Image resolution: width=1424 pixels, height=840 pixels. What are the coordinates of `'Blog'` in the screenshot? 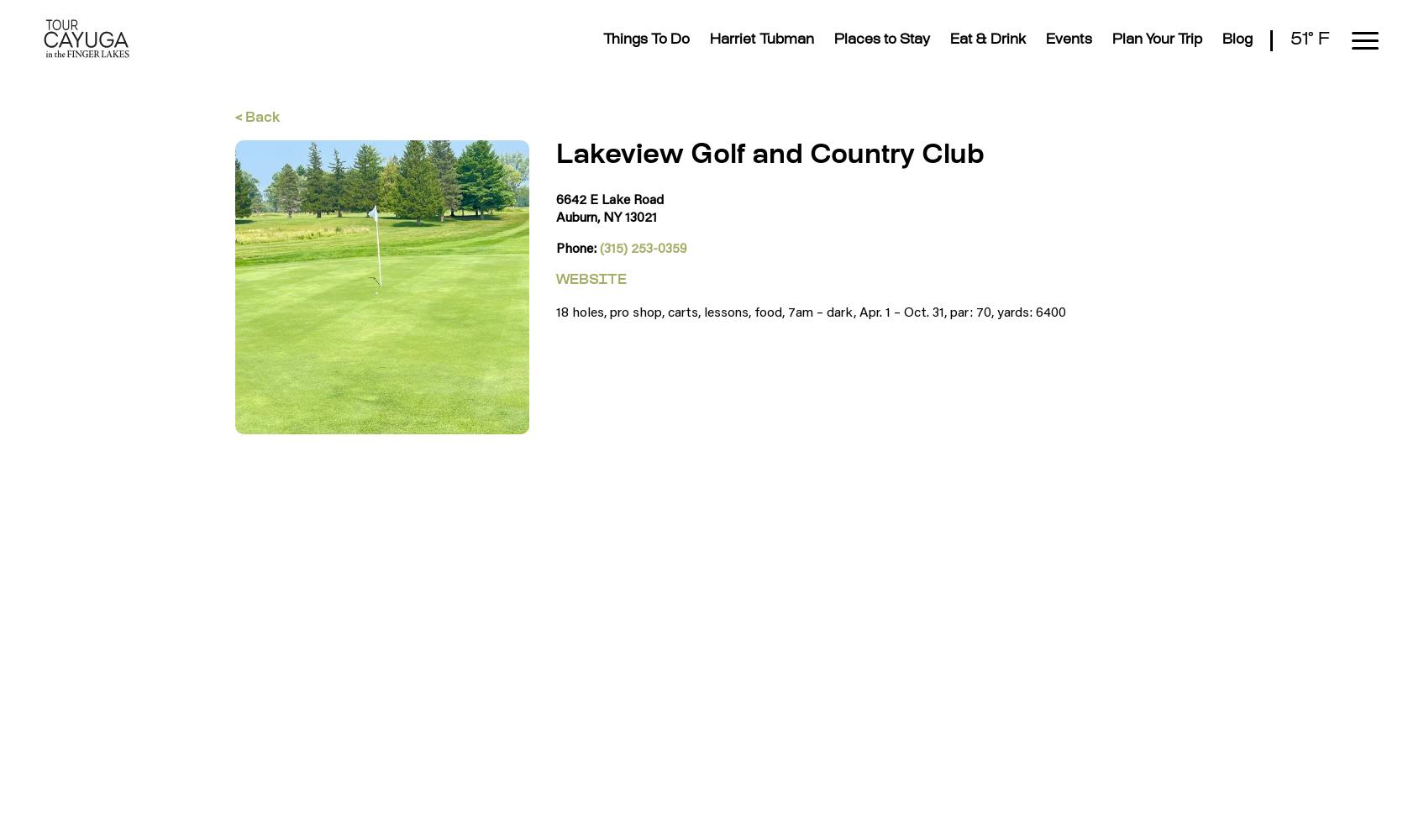 It's located at (1237, 39).